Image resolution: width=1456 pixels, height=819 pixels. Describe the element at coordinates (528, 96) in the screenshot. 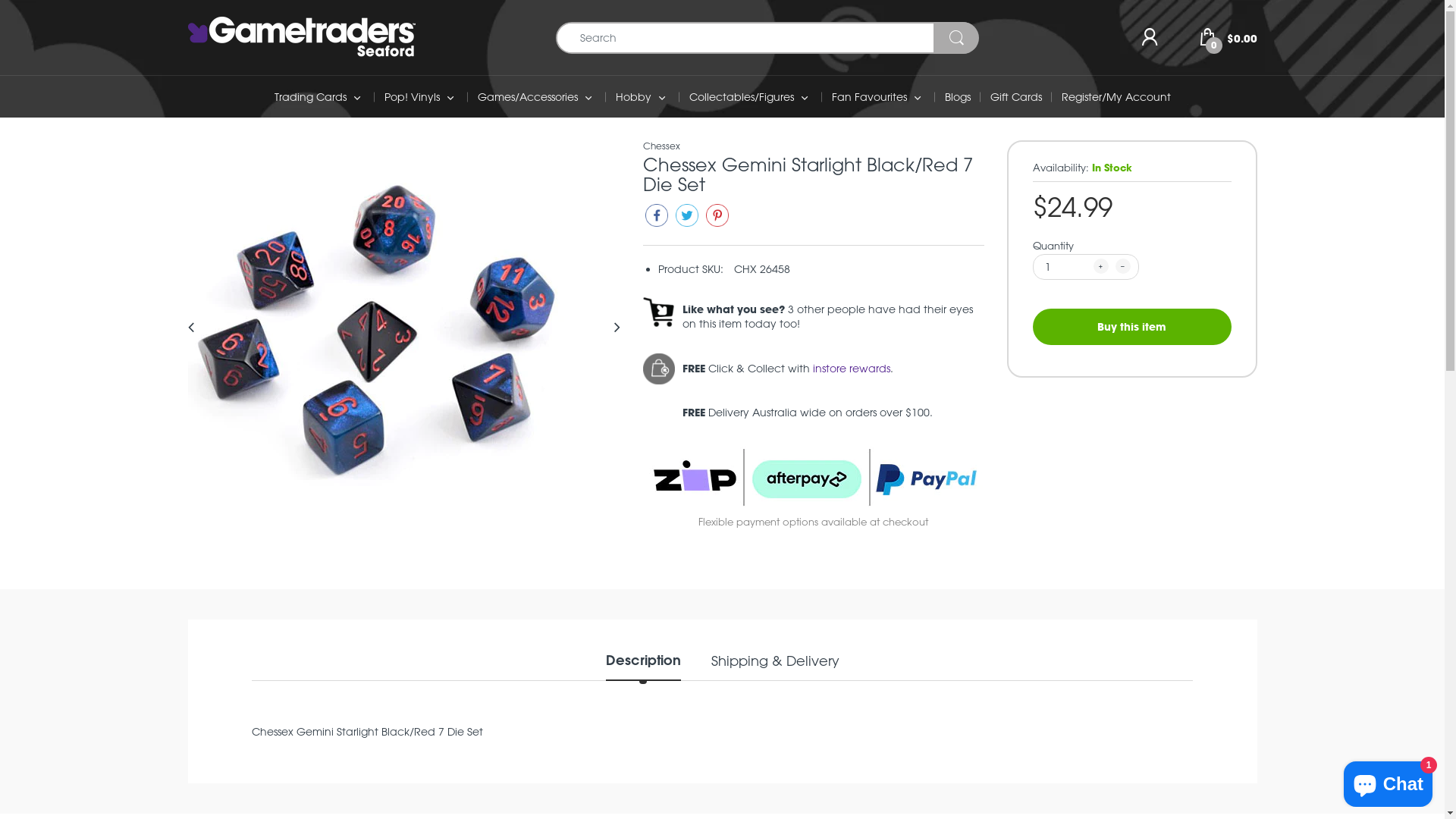

I see `'Games/Accessories'` at that location.